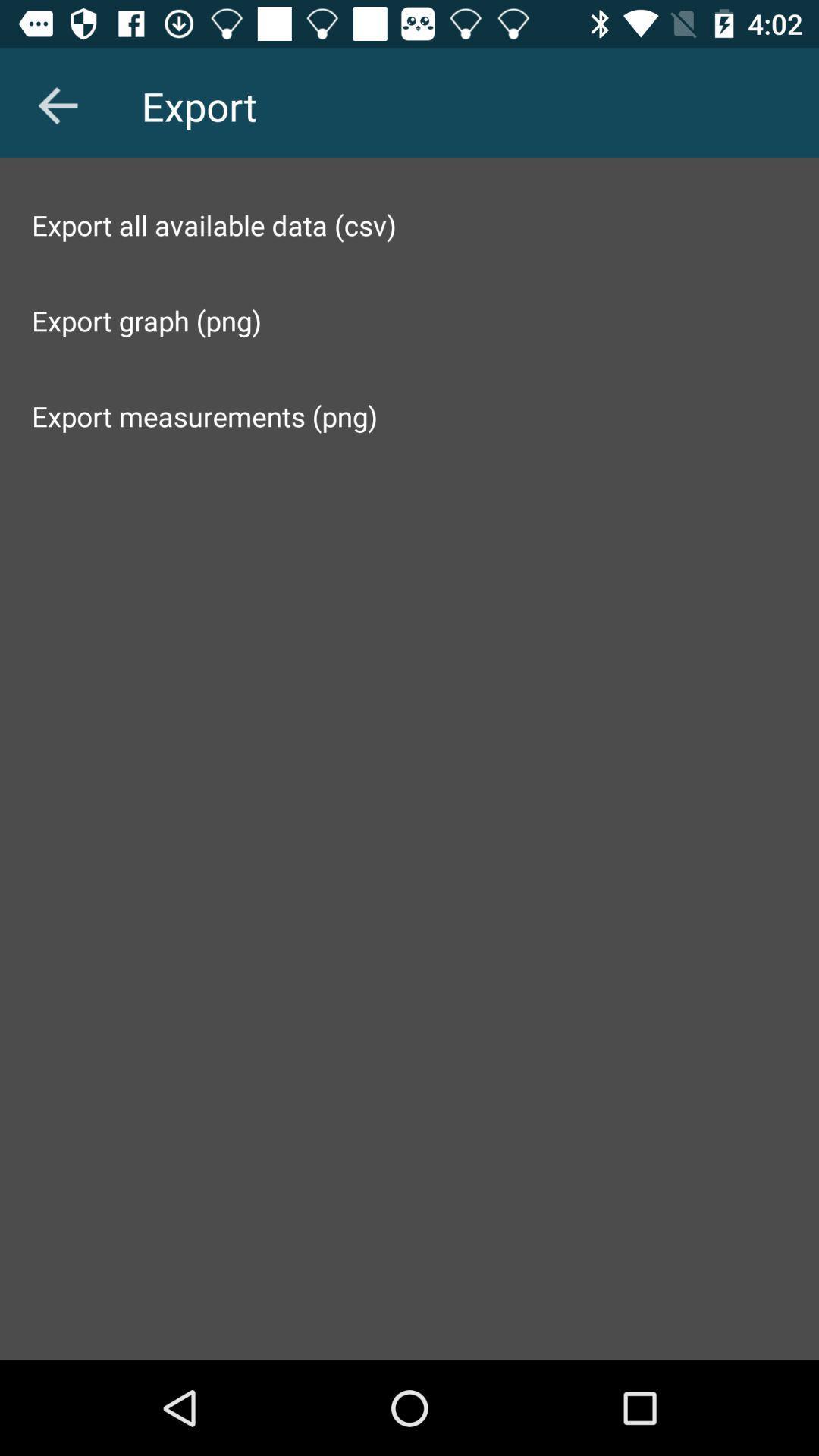 The height and width of the screenshot is (1456, 819). Describe the element at coordinates (57, 105) in the screenshot. I see `the arrow_backward icon` at that location.